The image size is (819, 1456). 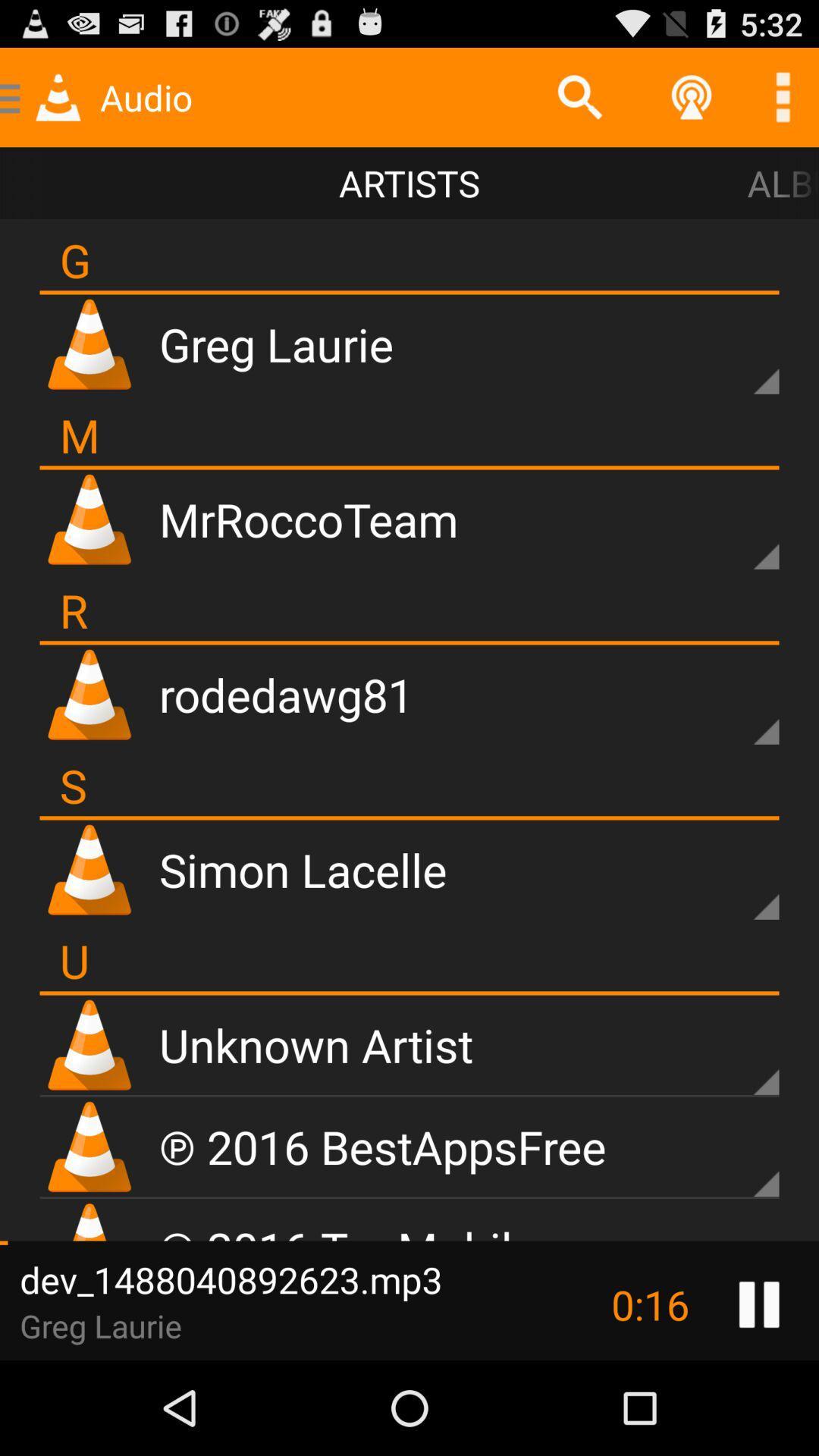 What do you see at coordinates (759, 1395) in the screenshot?
I see `the pause icon` at bounding box center [759, 1395].